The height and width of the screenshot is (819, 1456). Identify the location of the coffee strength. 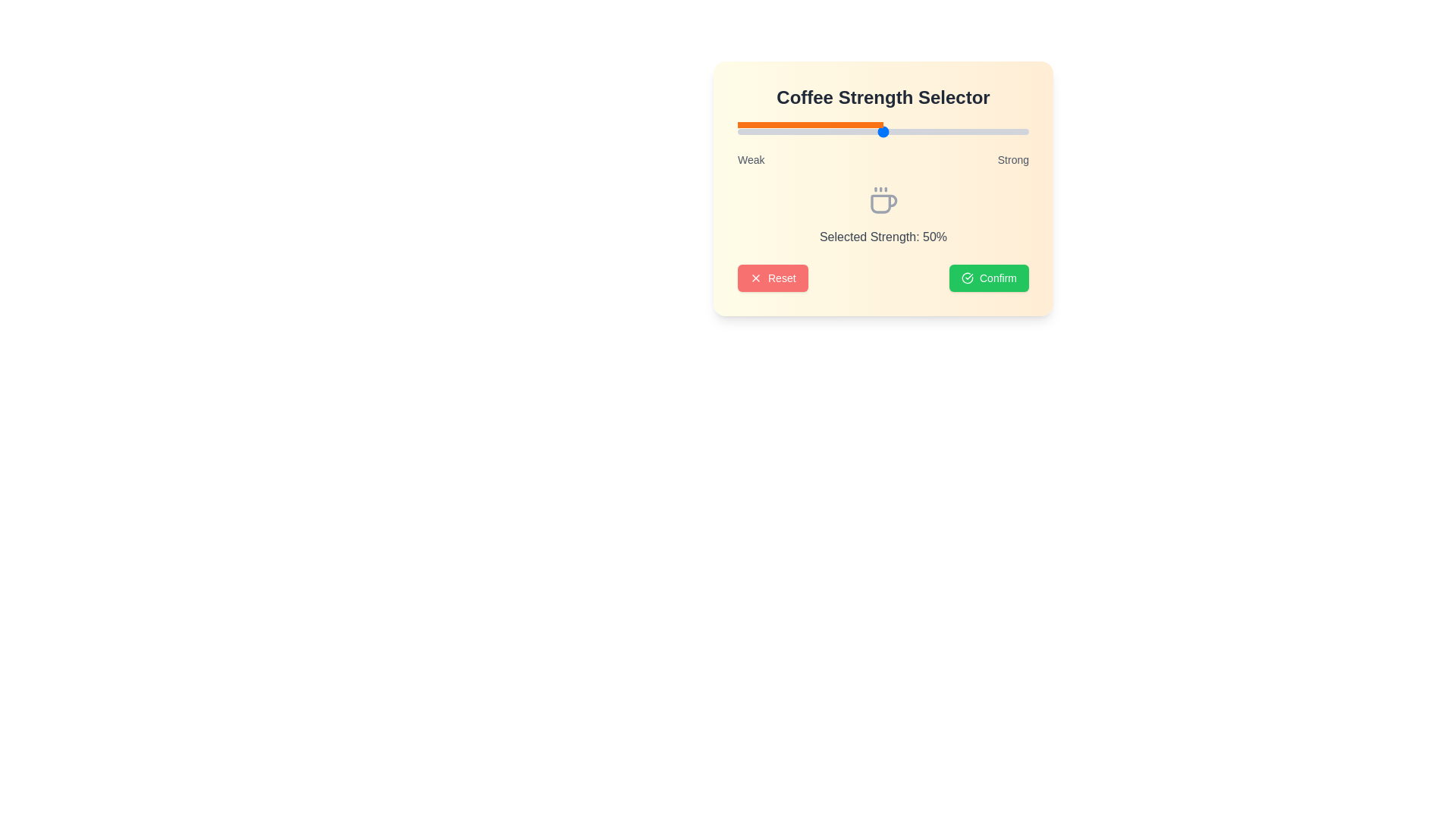
(1014, 130).